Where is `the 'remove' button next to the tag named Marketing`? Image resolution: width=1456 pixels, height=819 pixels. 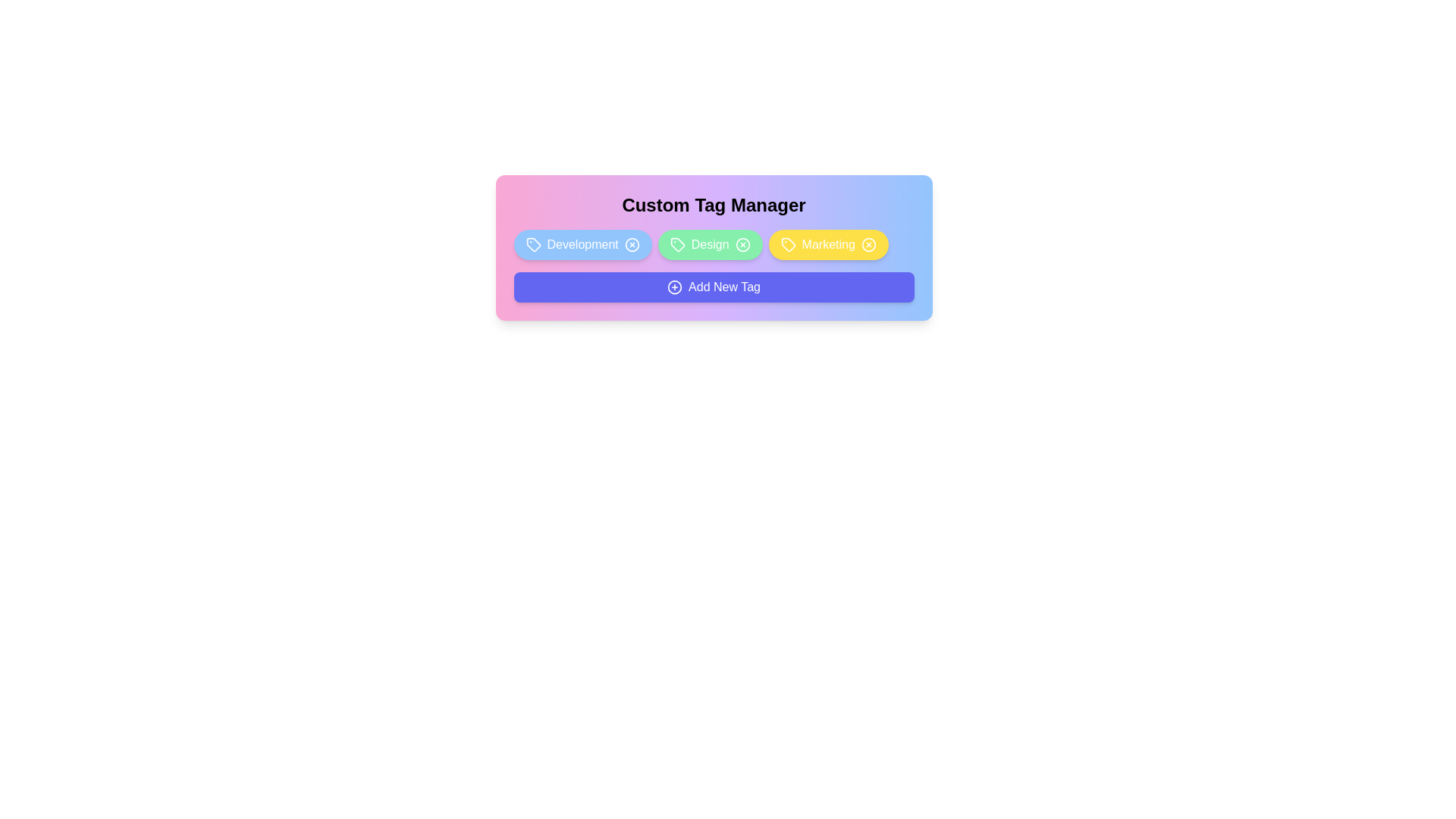 the 'remove' button next to the tag named Marketing is located at coordinates (868, 244).